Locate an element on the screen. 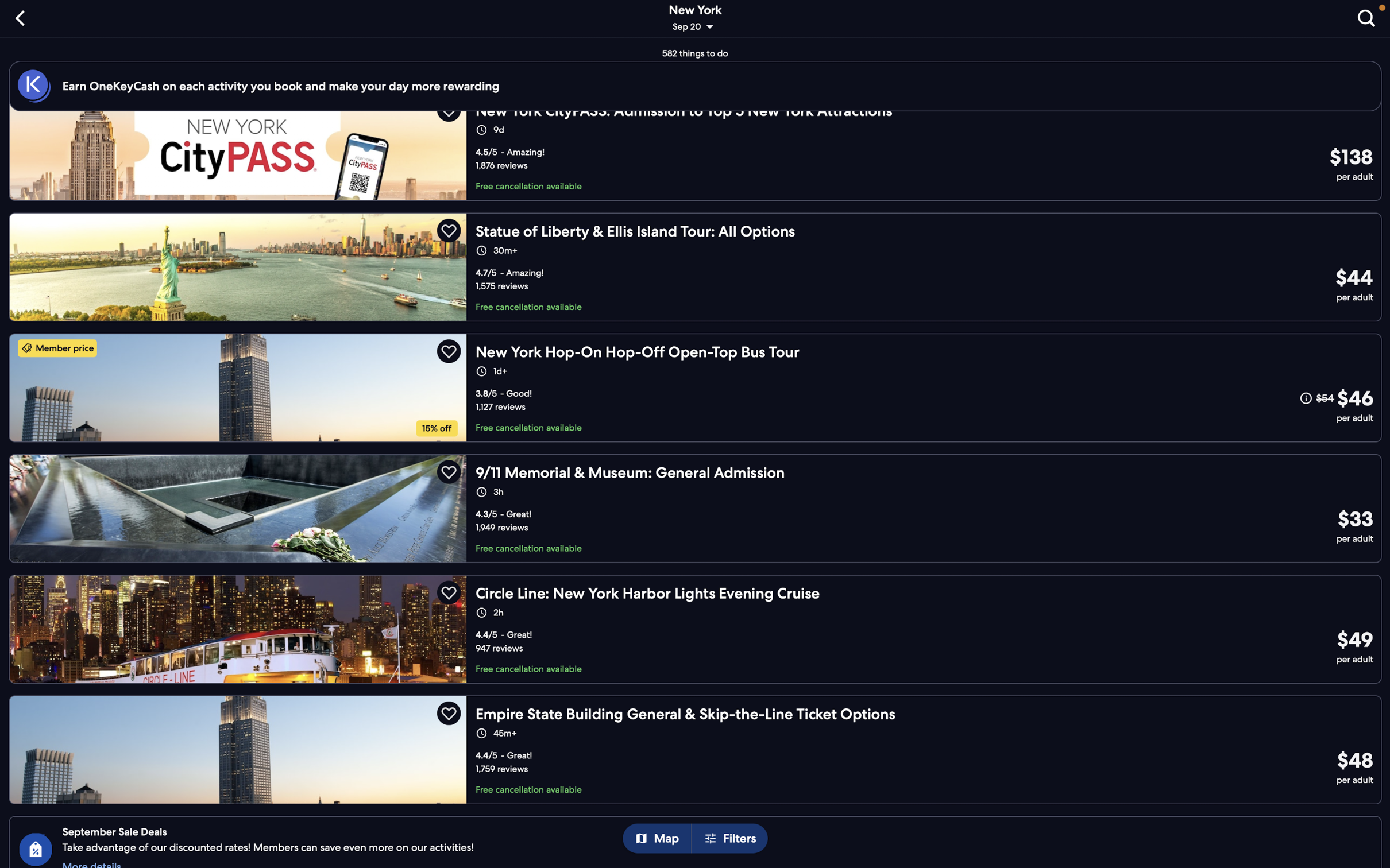 This screenshot has width=1390, height=868. the "citypass newyork" option to see the different packages is located at coordinates (699, 156).